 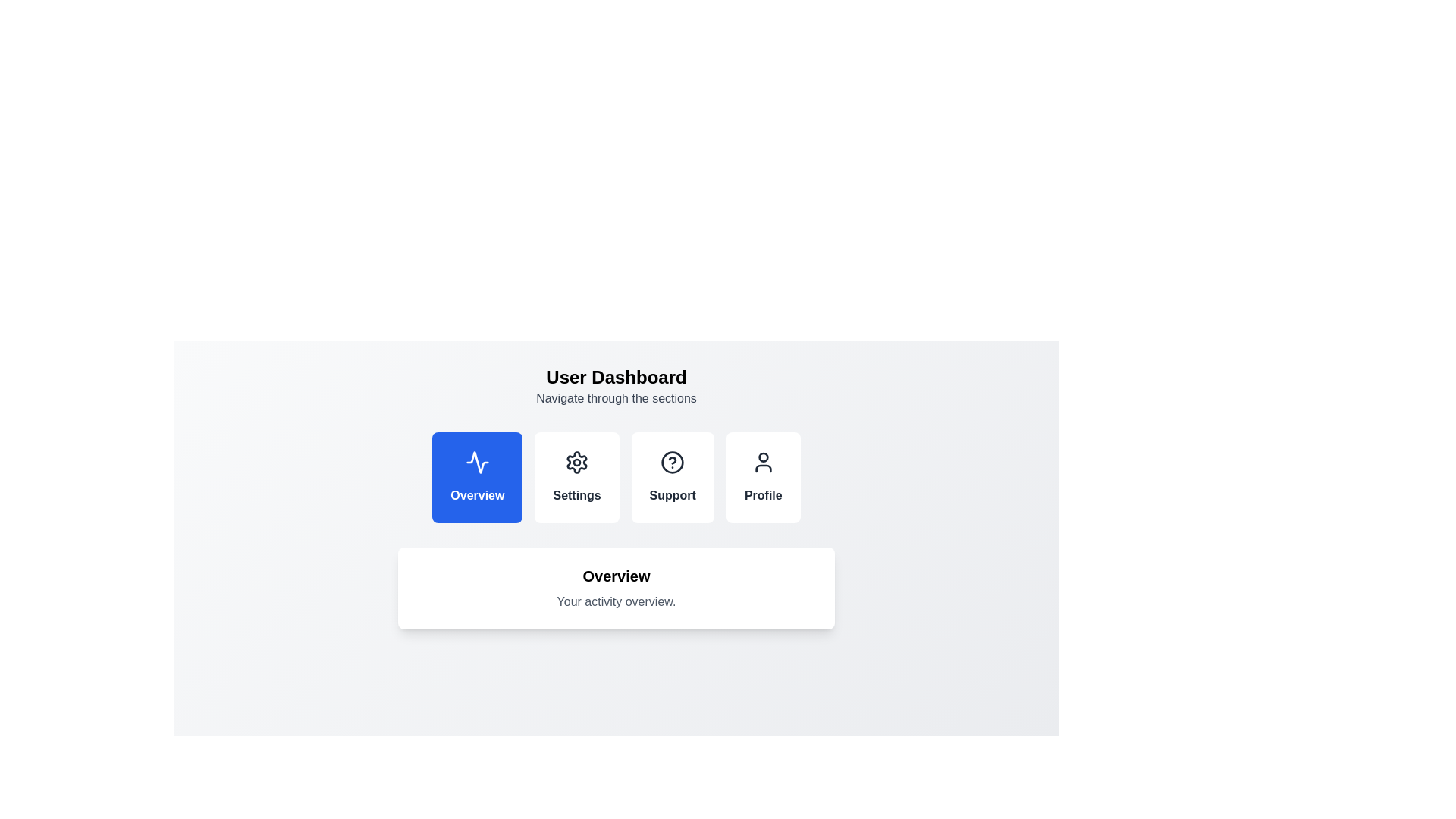 What do you see at coordinates (672, 476) in the screenshot?
I see `the 'Support' button, which is the third button from the left in a row of four buttons` at bounding box center [672, 476].